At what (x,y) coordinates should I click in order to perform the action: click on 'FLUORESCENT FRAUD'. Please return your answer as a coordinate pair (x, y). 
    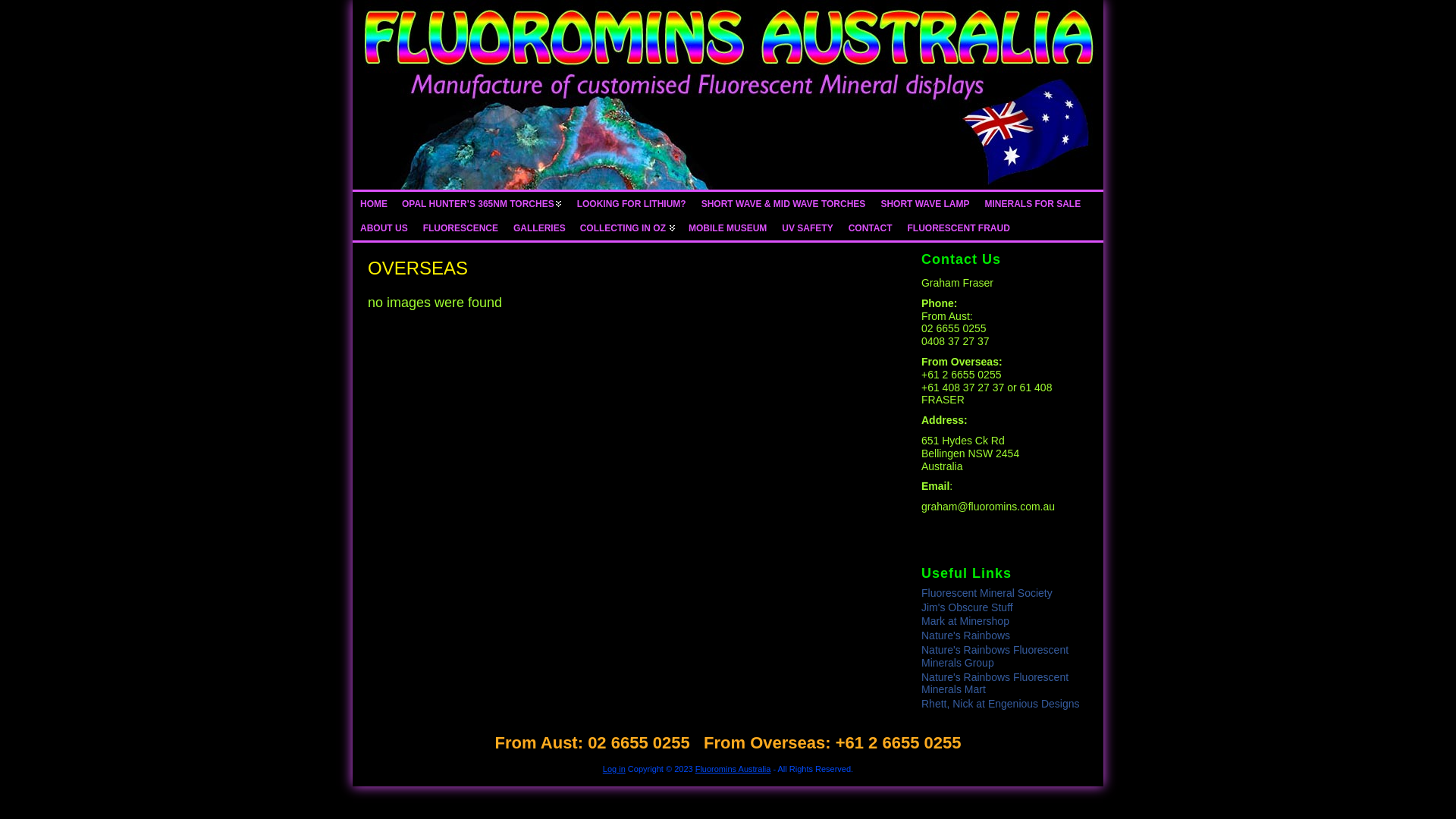
    Looking at the image, I should click on (957, 227).